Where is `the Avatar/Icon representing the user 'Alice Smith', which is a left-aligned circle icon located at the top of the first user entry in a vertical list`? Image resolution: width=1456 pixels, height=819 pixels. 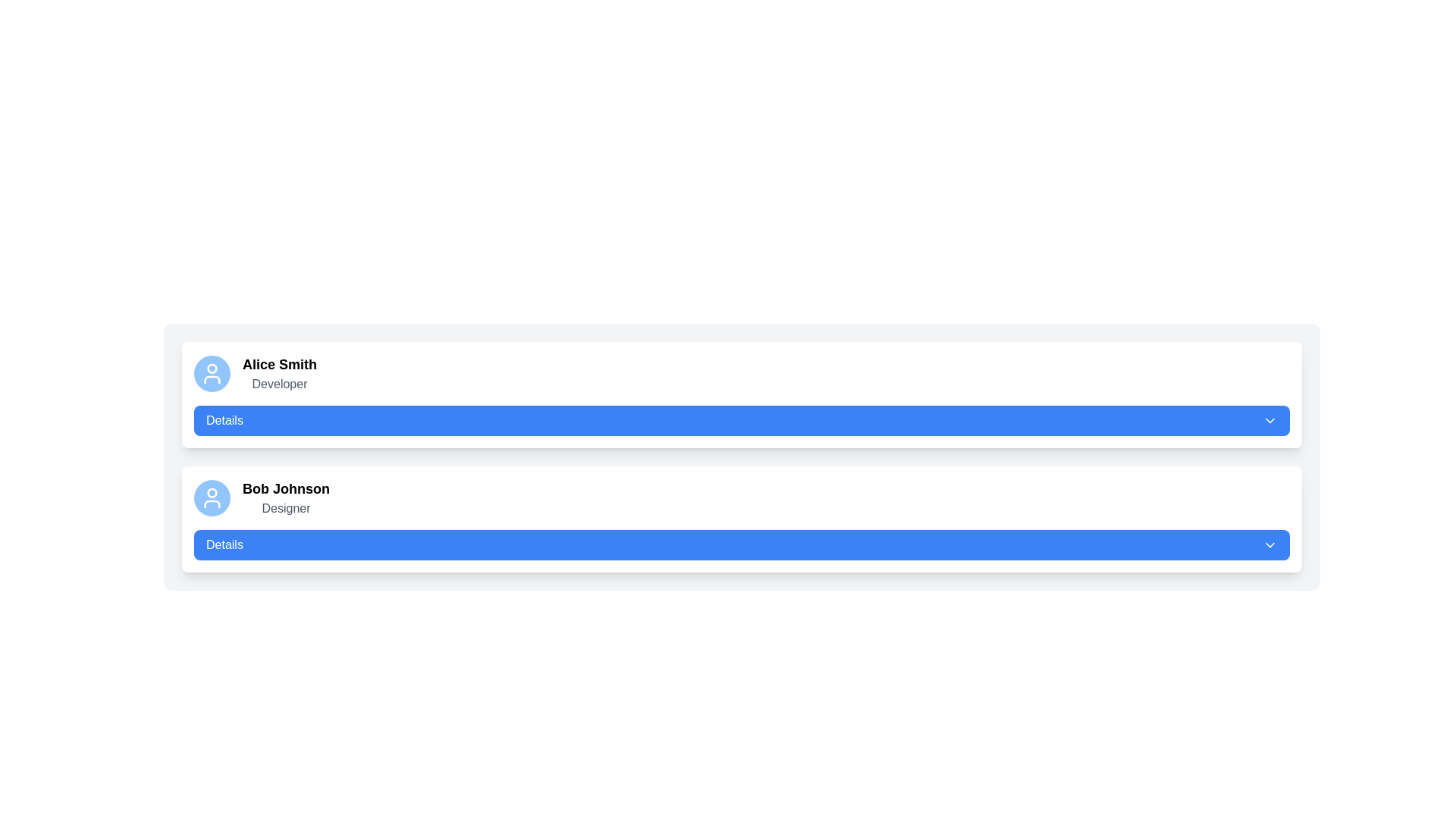 the Avatar/Icon representing the user 'Alice Smith', which is a left-aligned circle icon located at the top of the first user entry in a vertical list is located at coordinates (211, 374).